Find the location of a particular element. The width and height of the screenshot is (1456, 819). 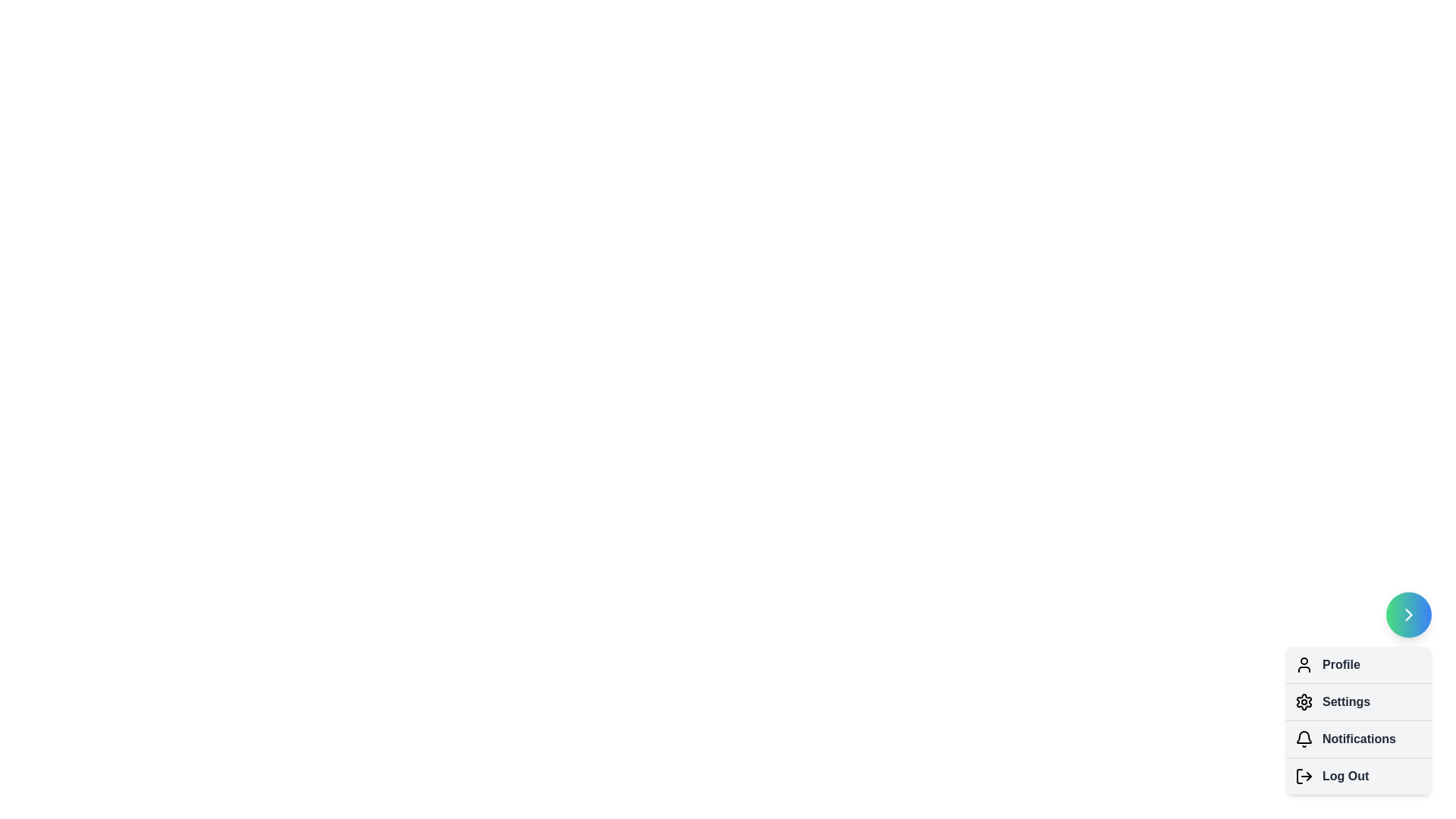

the menu option Notifications to trigger its associated action is located at coordinates (1303, 739).